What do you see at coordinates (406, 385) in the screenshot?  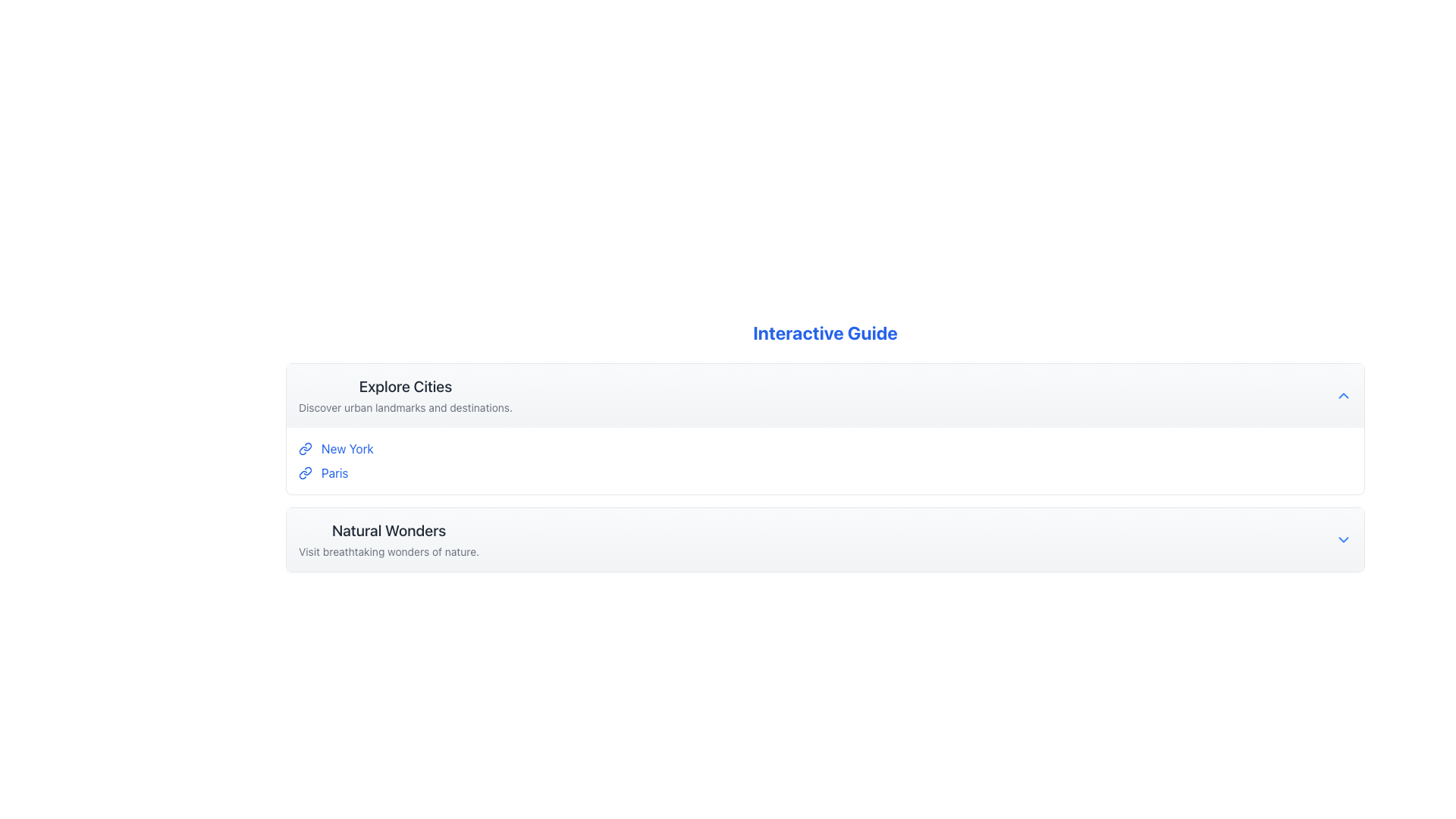 I see `the text label that serves as a header or label describing the content of the associated section, located in the upper part of a rectangular section, specifically in the top-left quadrant of the interface` at bounding box center [406, 385].